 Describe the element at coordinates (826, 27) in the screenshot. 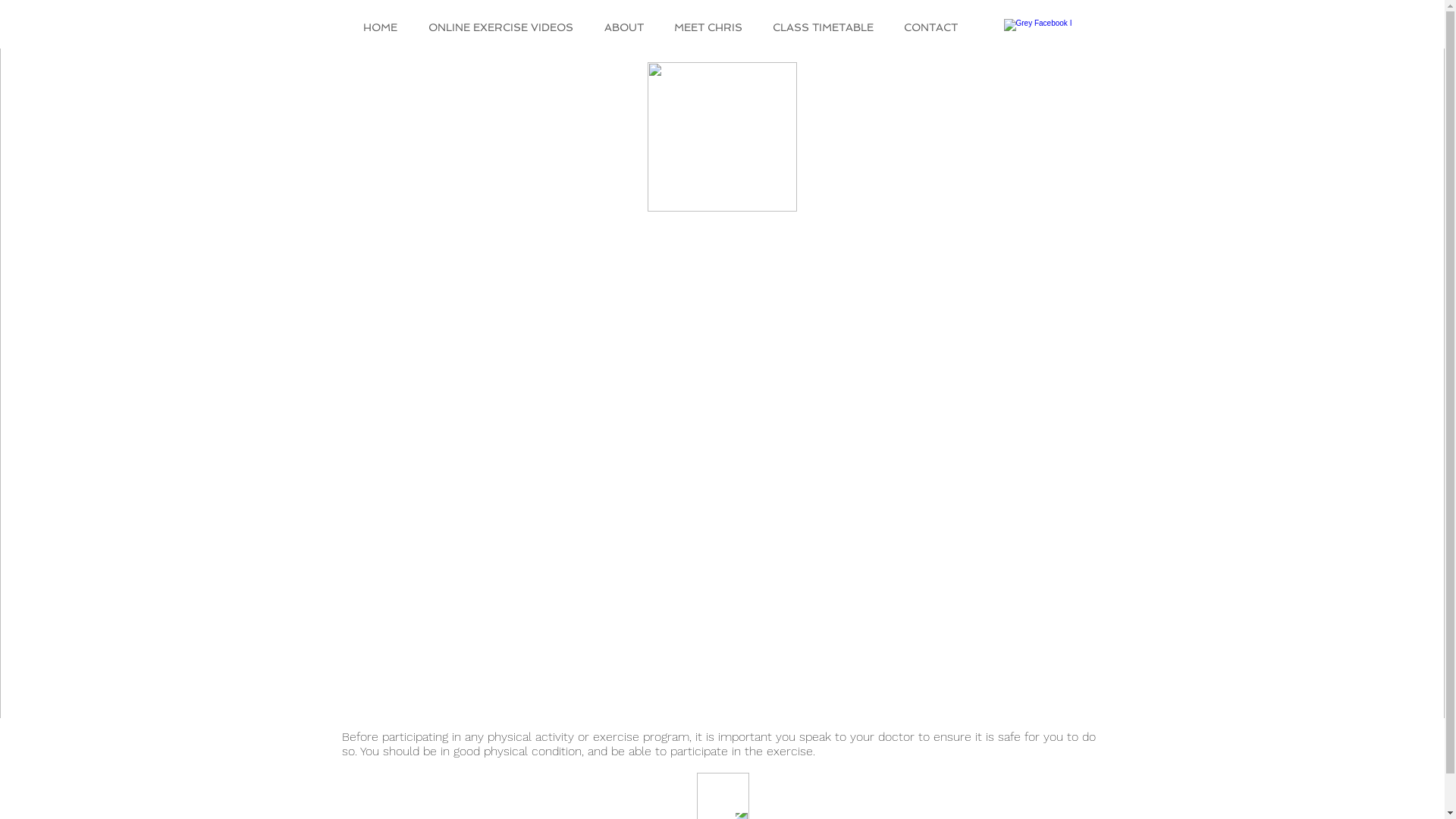

I see `'CLASS TIMETABLE'` at that location.